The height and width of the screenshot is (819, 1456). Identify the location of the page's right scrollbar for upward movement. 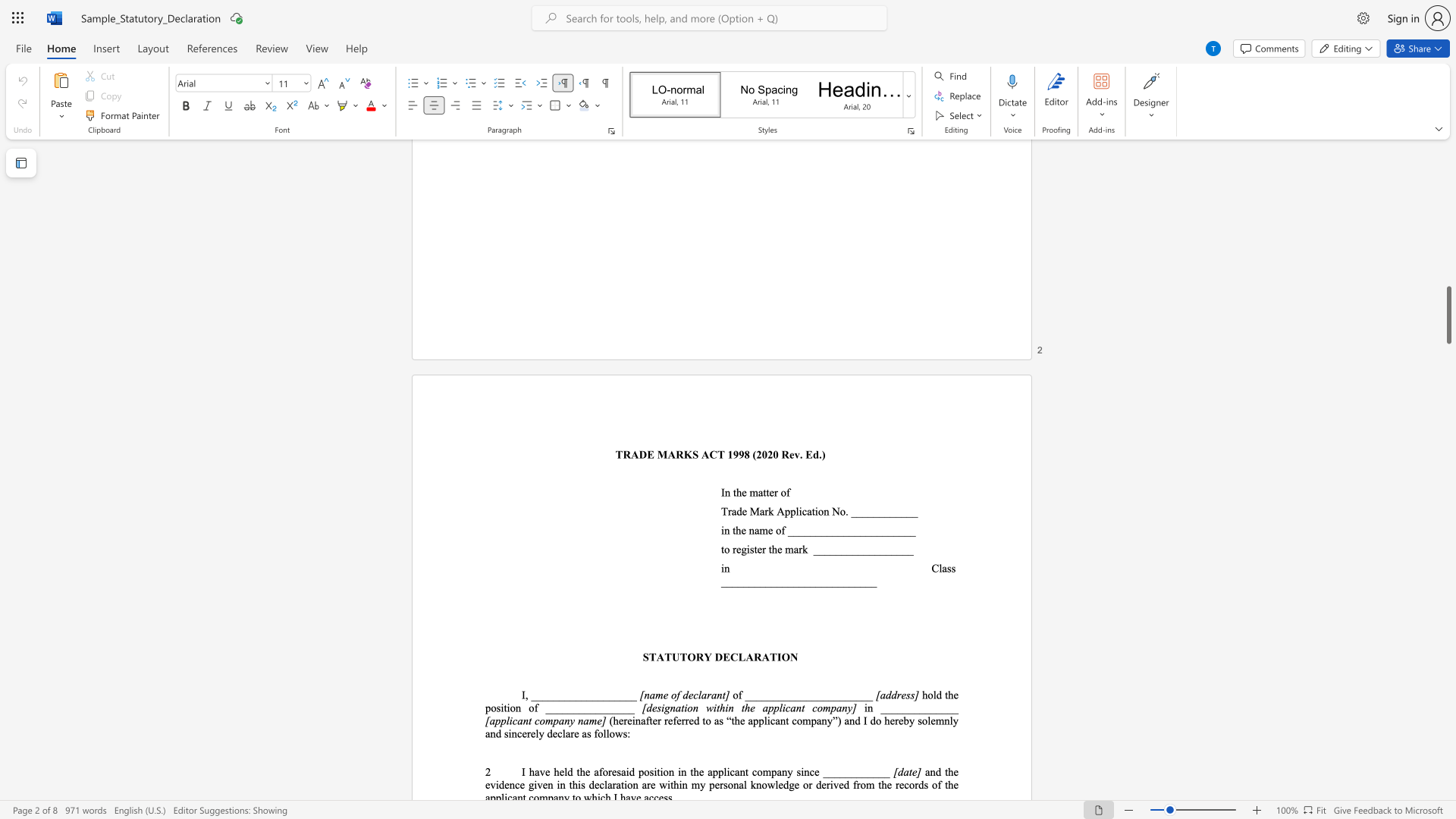
(1448, 514).